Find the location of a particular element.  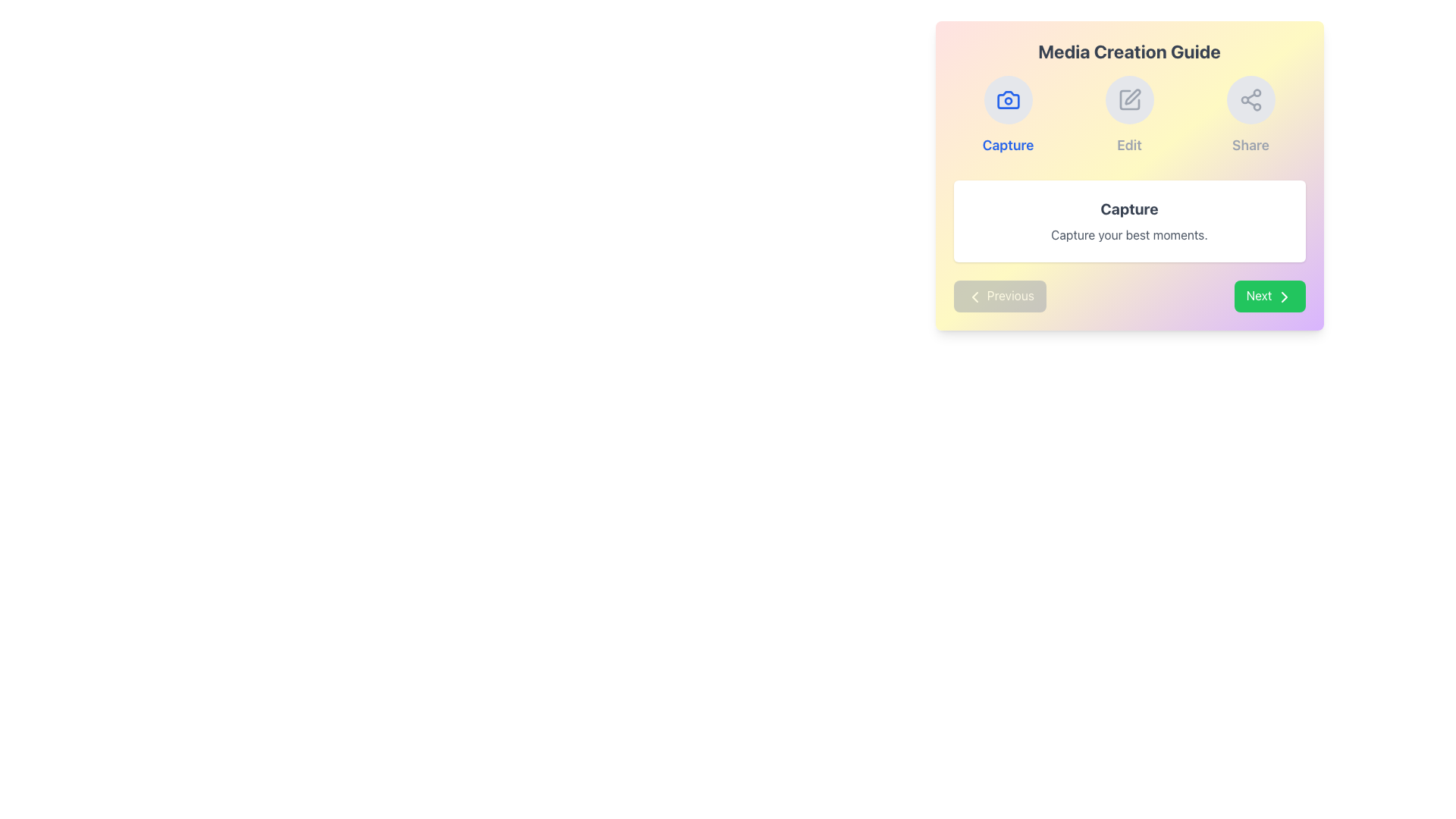

the static text label 'Capture' located directly below the camera icon in the 'Media Creation Guide' card section is located at coordinates (1008, 146).